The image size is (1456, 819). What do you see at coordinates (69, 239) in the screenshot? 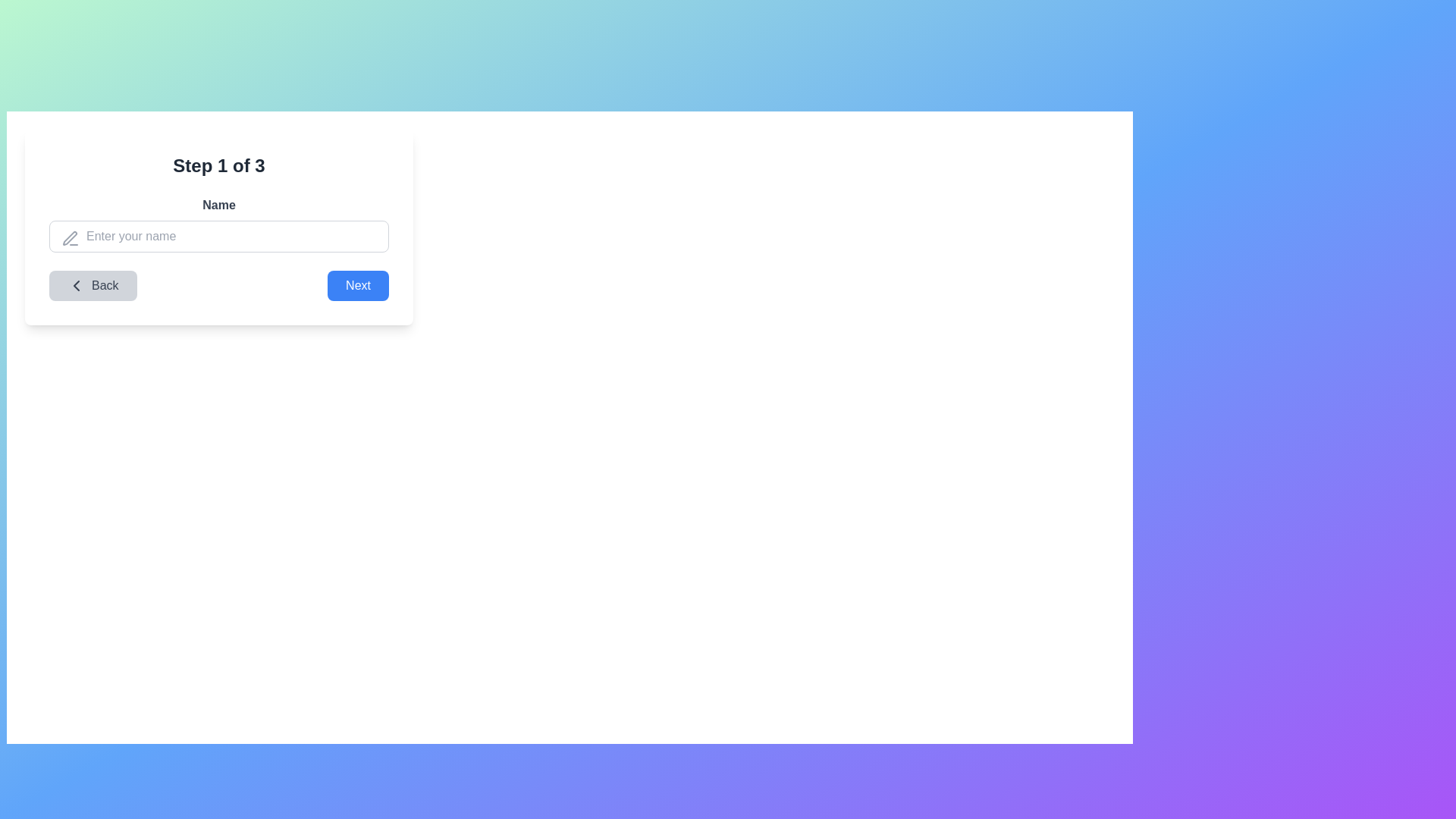
I see `the edit icon positioned to the left of the text field labeled 'Enter your name', indicating that the adjacent field can be modified` at bounding box center [69, 239].